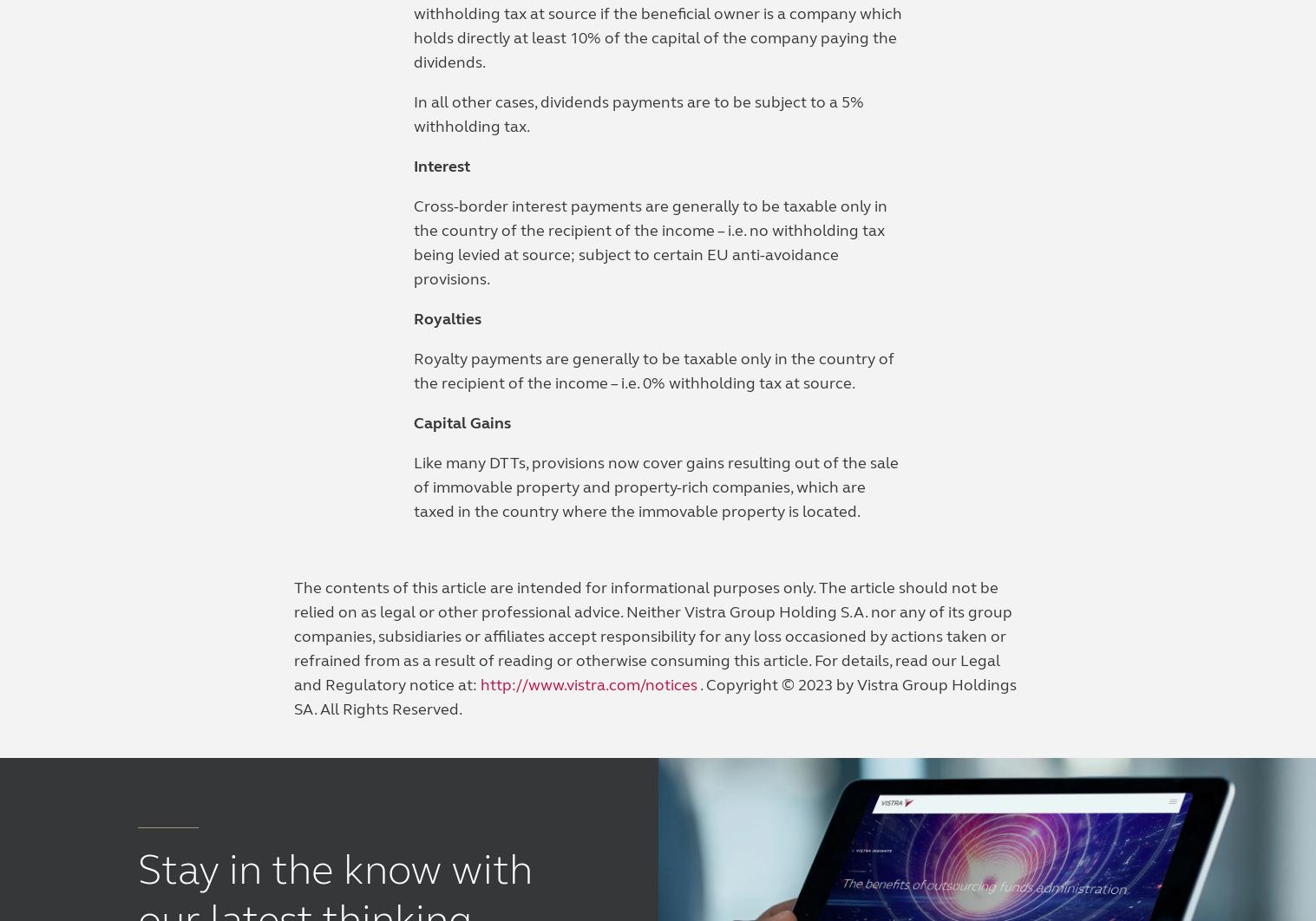  What do you see at coordinates (705, 525) in the screenshot?
I see `'Our people'` at bounding box center [705, 525].